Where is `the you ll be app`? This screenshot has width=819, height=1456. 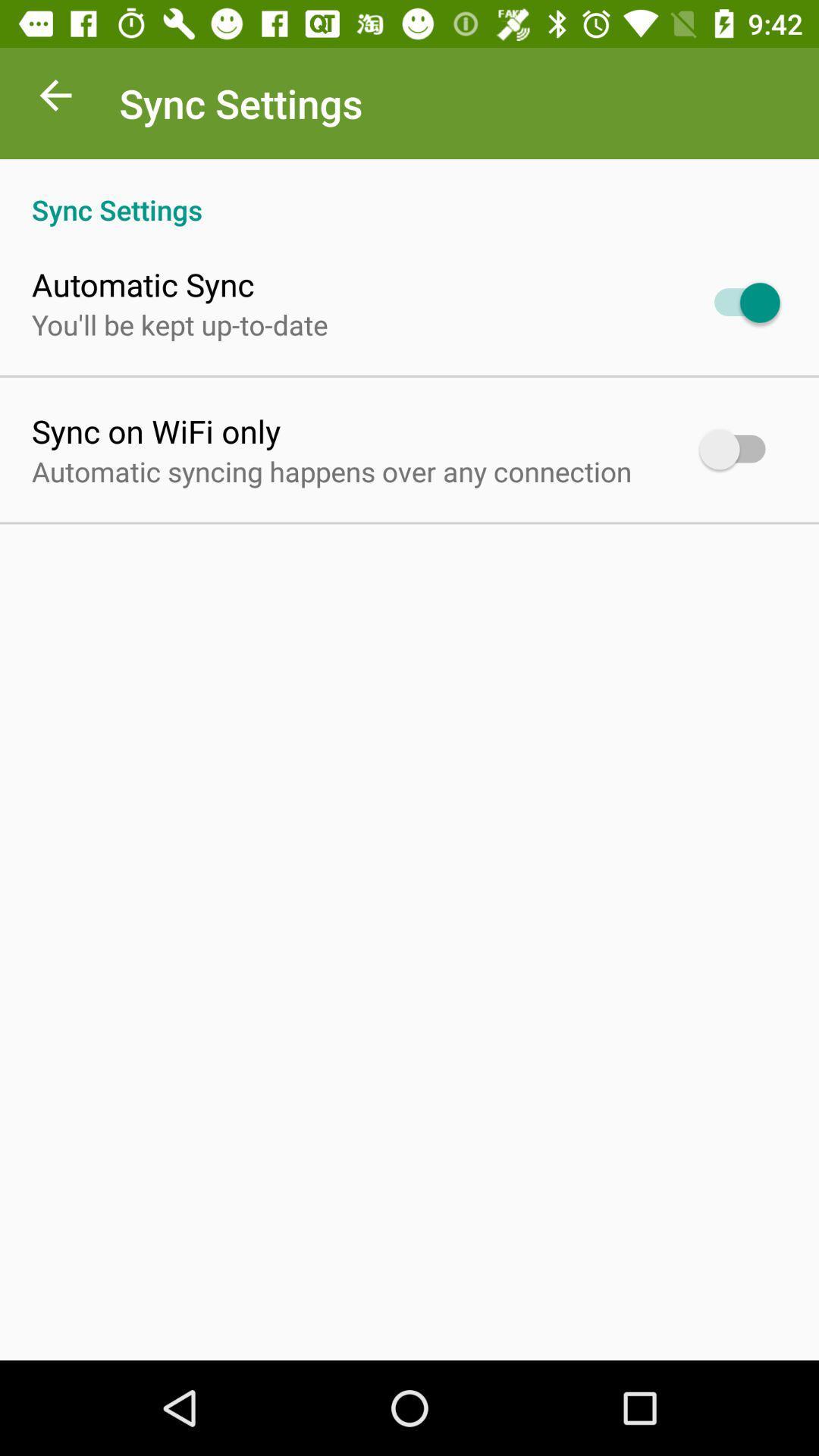
the you ll be app is located at coordinates (179, 324).